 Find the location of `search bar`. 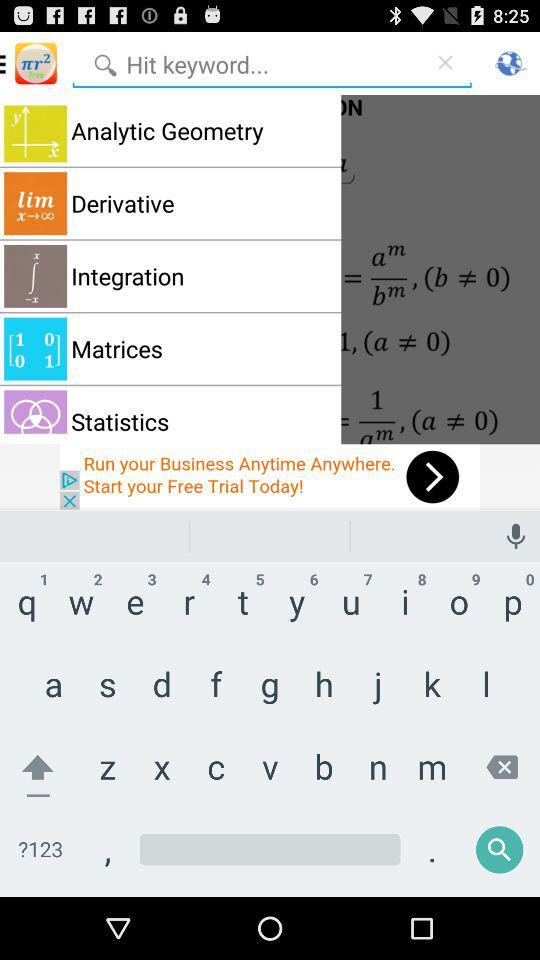

search bar is located at coordinates (247, 61).